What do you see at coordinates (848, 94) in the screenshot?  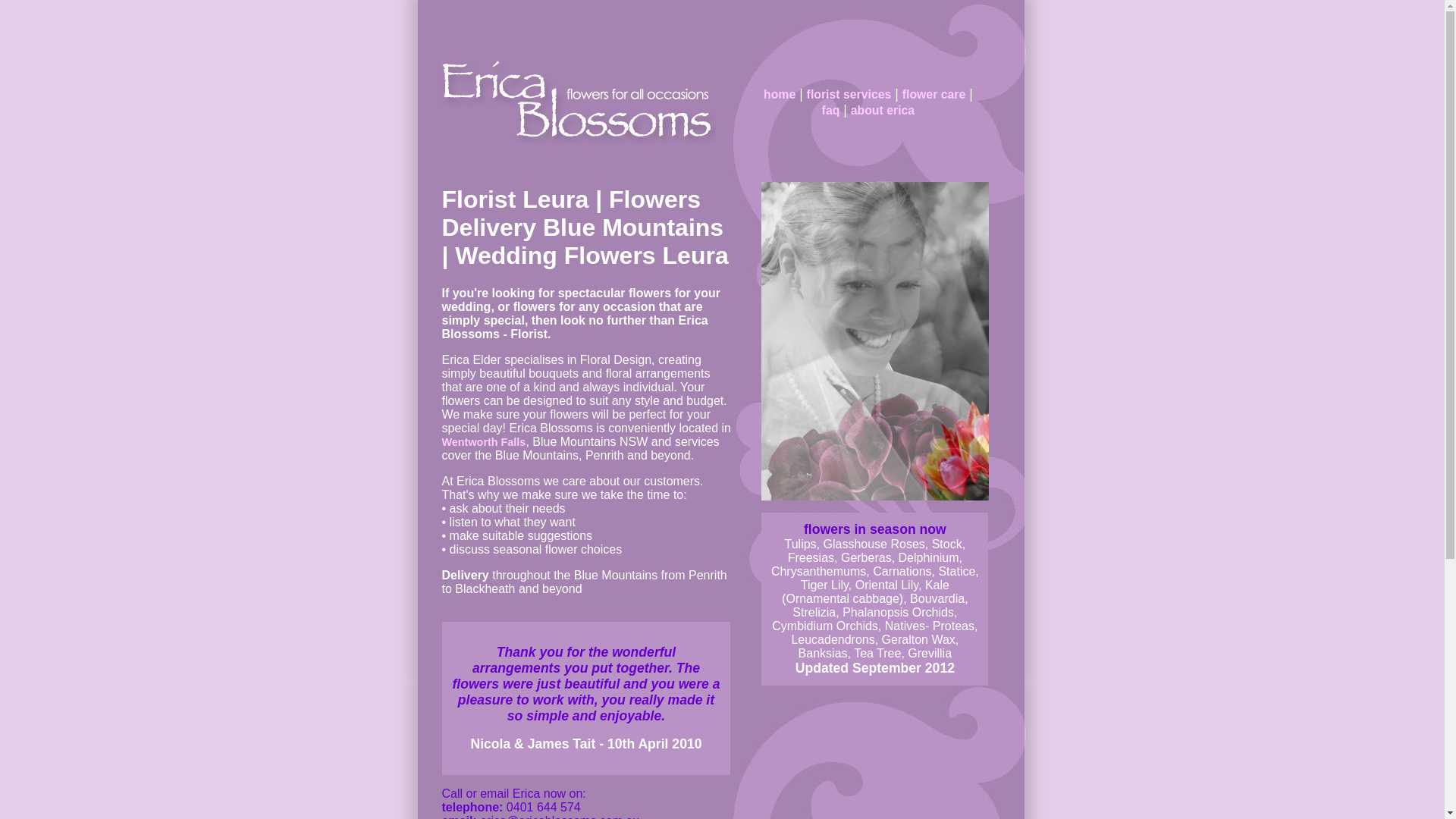 I see `'florist services'` at bounding box center [848, 94].